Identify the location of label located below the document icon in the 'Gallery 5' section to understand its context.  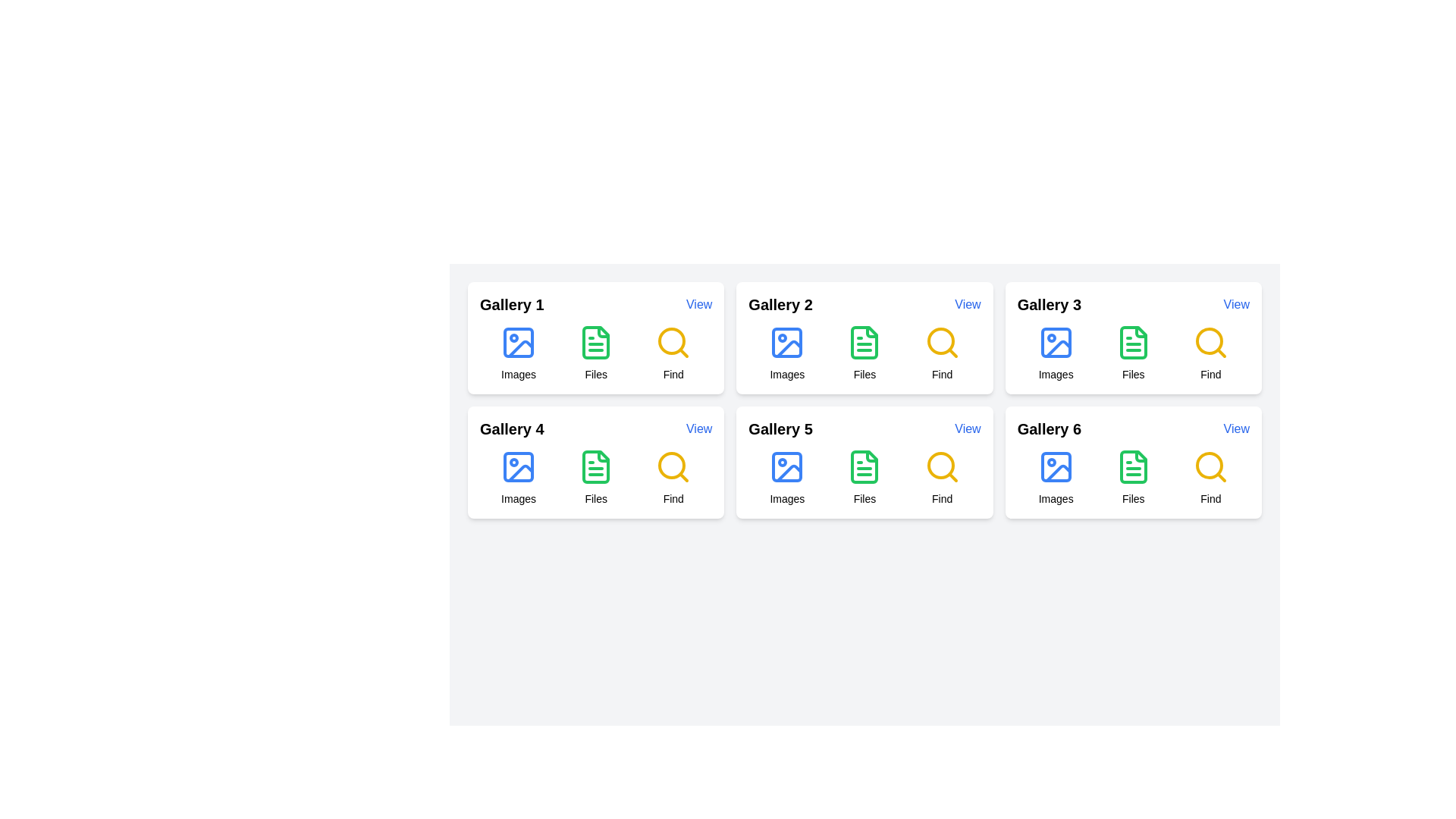
(864, 499).